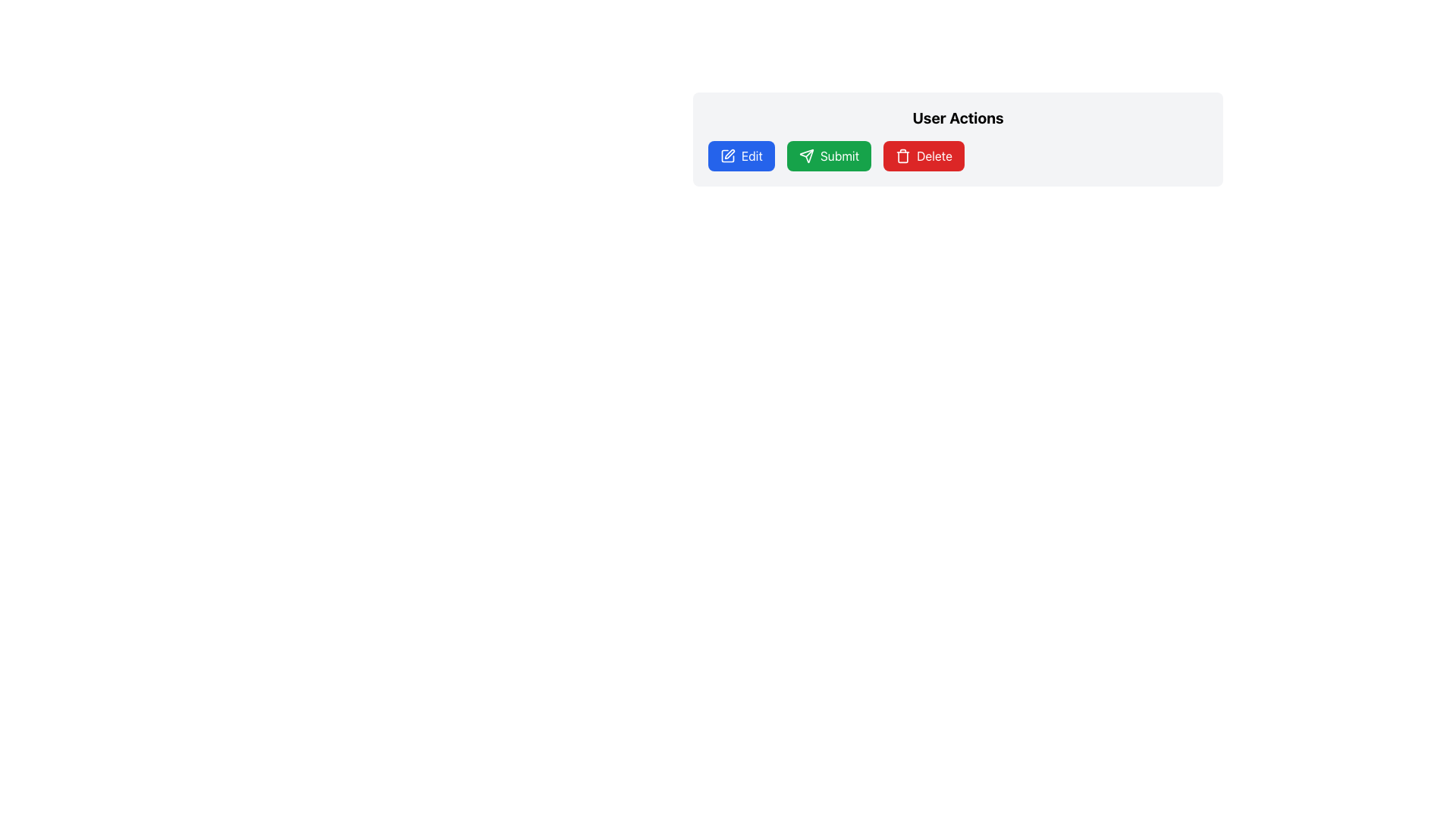 Image resolution: width=1456 pixels, height=819 pixels. What do you see at coordinates (957, 155) in the screenshot?
I see `the rightmost button labeled 'Delete' in the horizontal button group located under the 'User Actions' title` at bounding box center [957, 155].